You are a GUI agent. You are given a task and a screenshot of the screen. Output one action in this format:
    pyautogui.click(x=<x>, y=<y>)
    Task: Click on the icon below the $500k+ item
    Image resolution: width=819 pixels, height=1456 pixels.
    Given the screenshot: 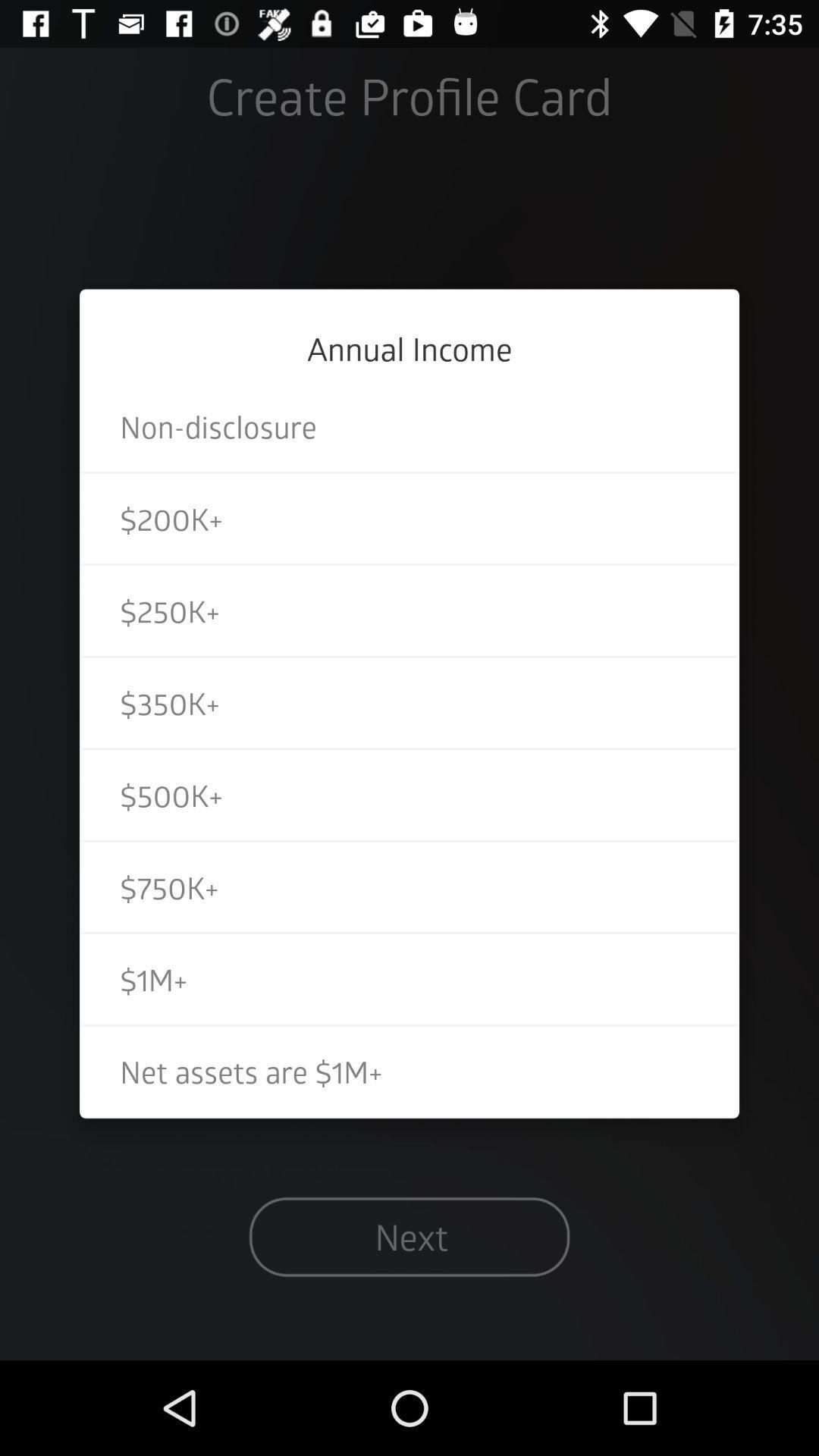 What is the action you would take?
    pyautogui.click(x=409, y=887)
    